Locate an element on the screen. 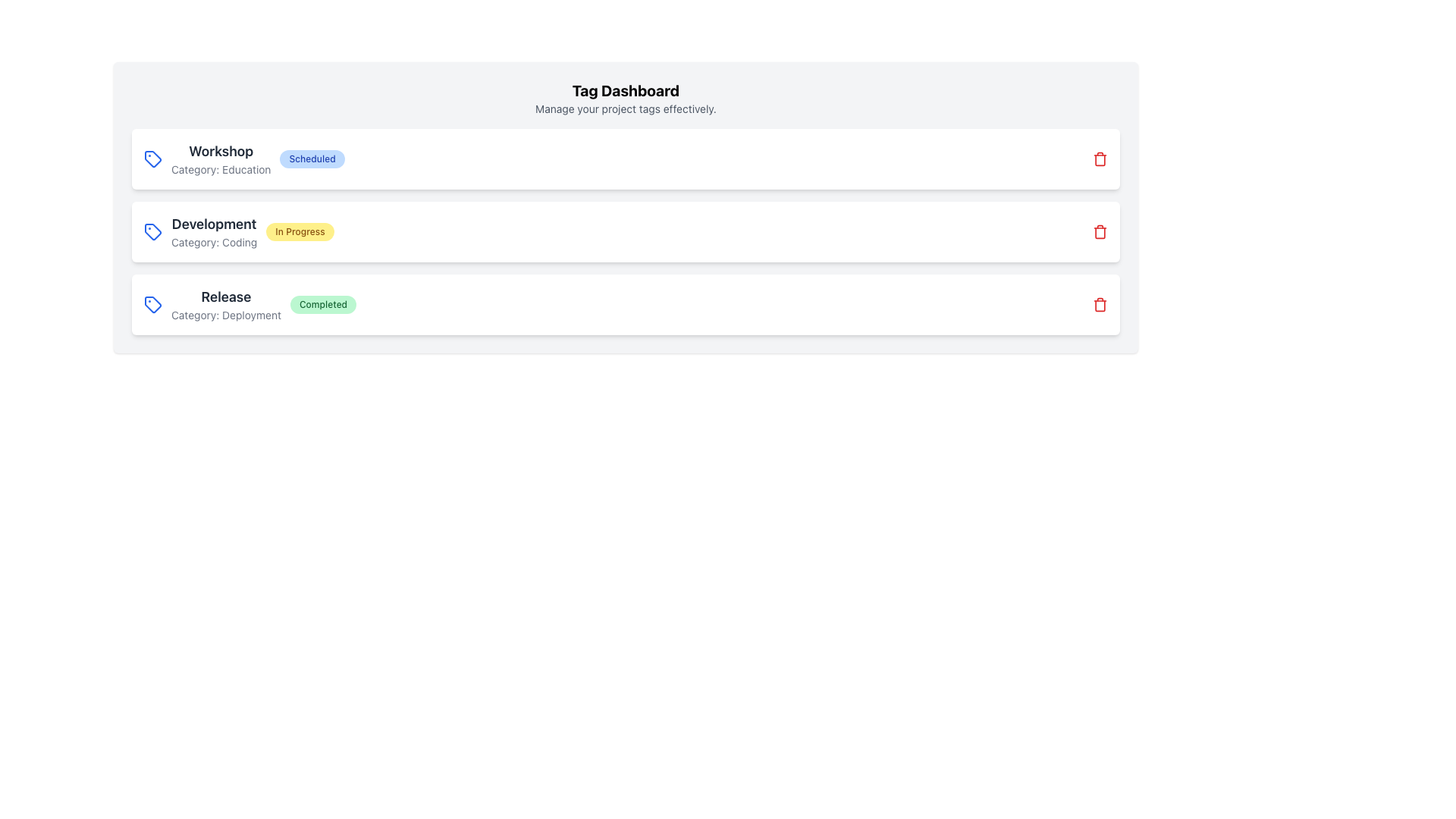 This screenshot has width=1456, height=819. properties of the Text Display element titled 'Development' located in the second row of the 'Tag Dashboard' list using developer tools is located at coordinates (213, 231).